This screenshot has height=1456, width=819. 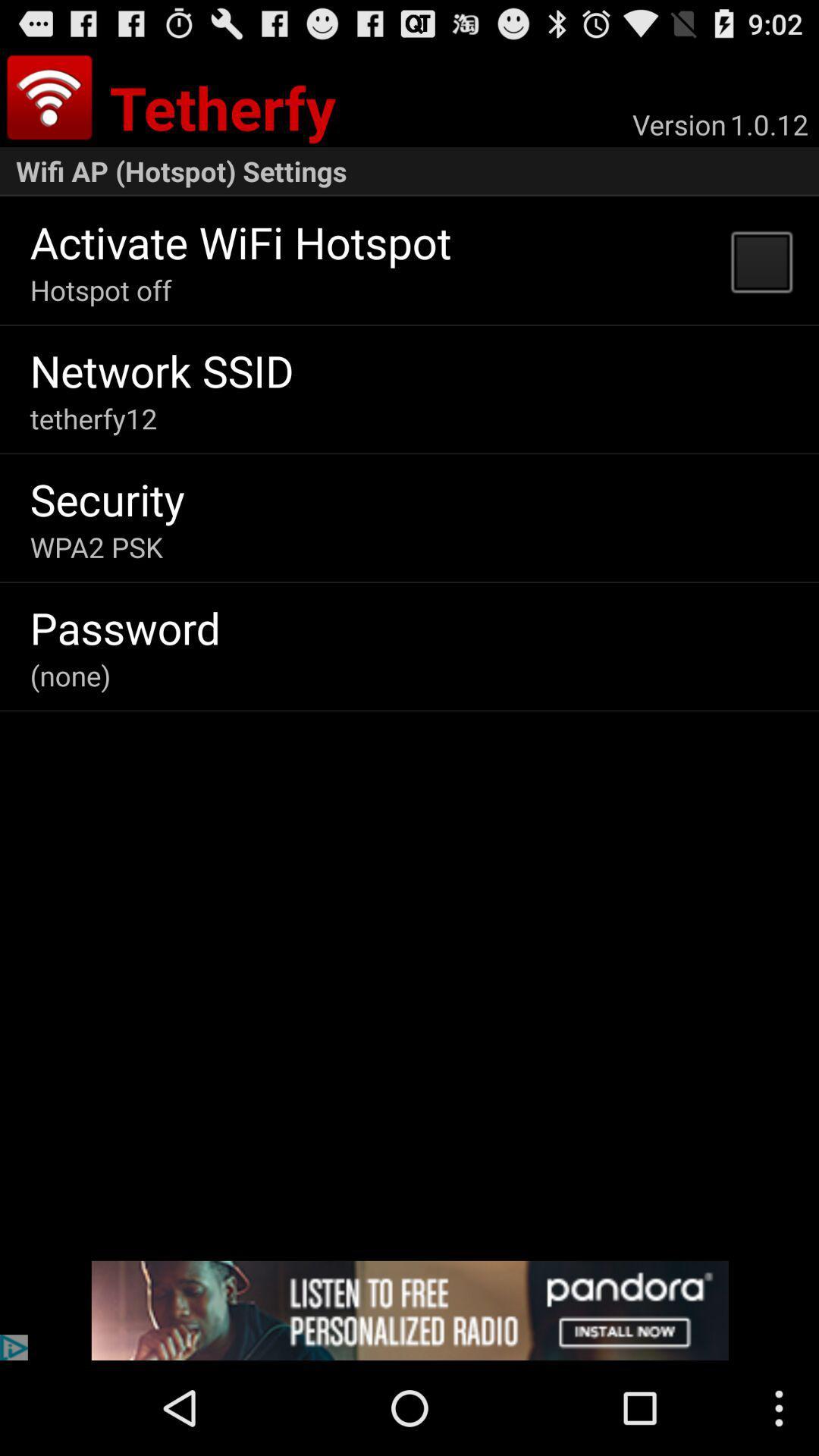 What do you see at coordinates (761, 261) in the screenshot?
I see `the item to the right of activate wifi hotspot app` at bounding box center [761, 261].